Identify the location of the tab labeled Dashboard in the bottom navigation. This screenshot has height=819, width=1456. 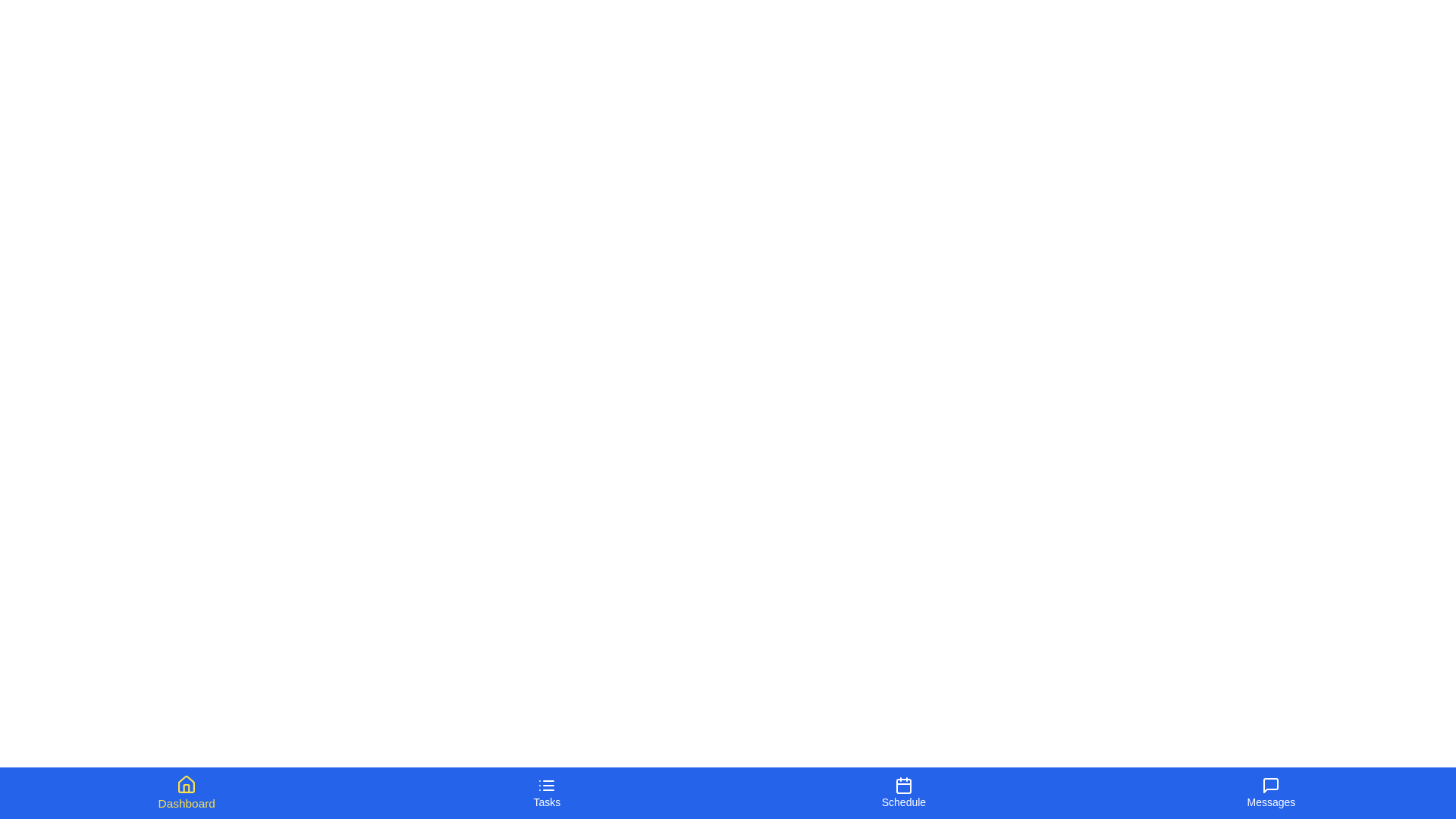
(184, 792).